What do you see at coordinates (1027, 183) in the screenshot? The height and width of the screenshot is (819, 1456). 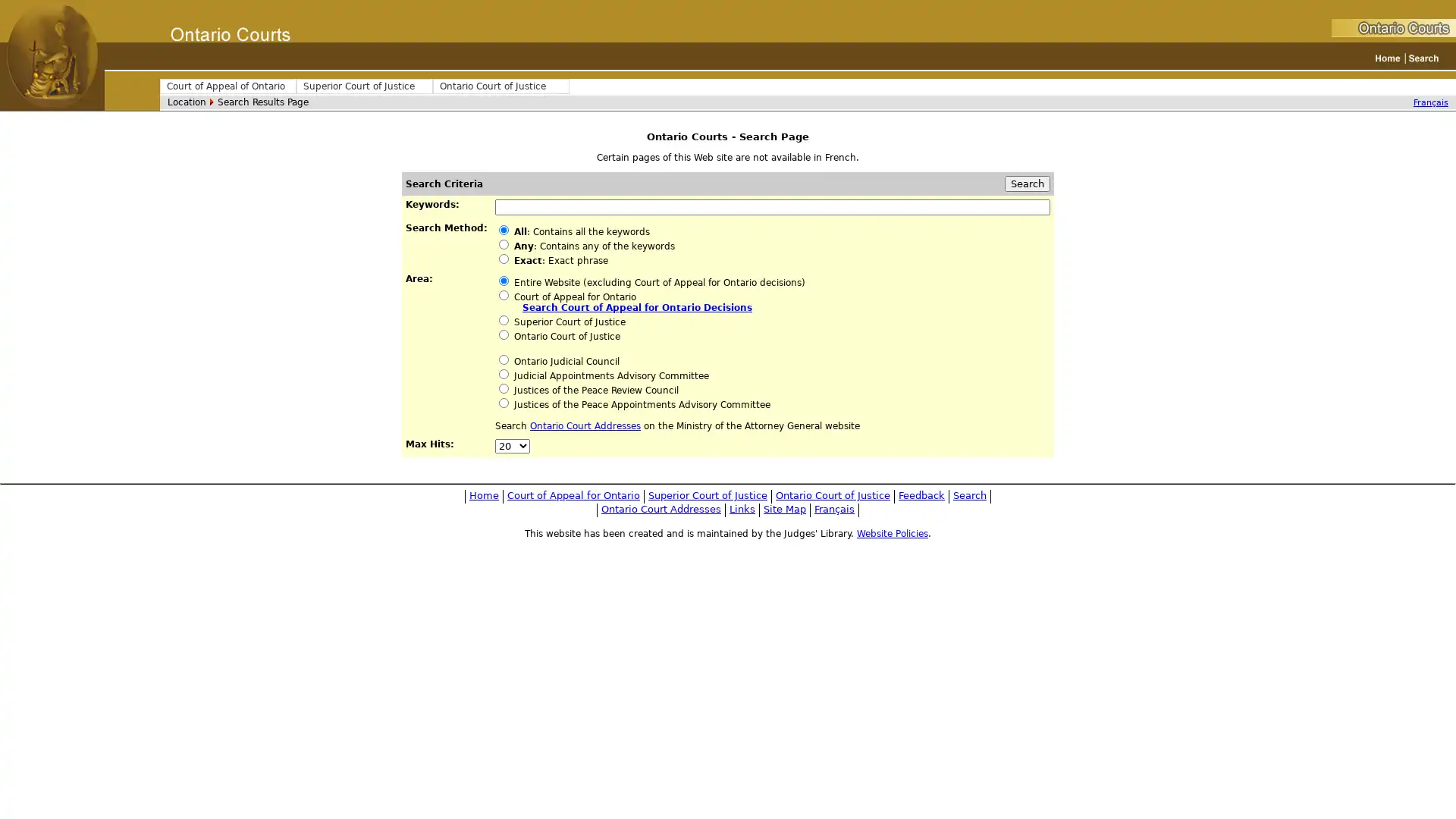 I see `Search` at bounding box center [1027, 183].